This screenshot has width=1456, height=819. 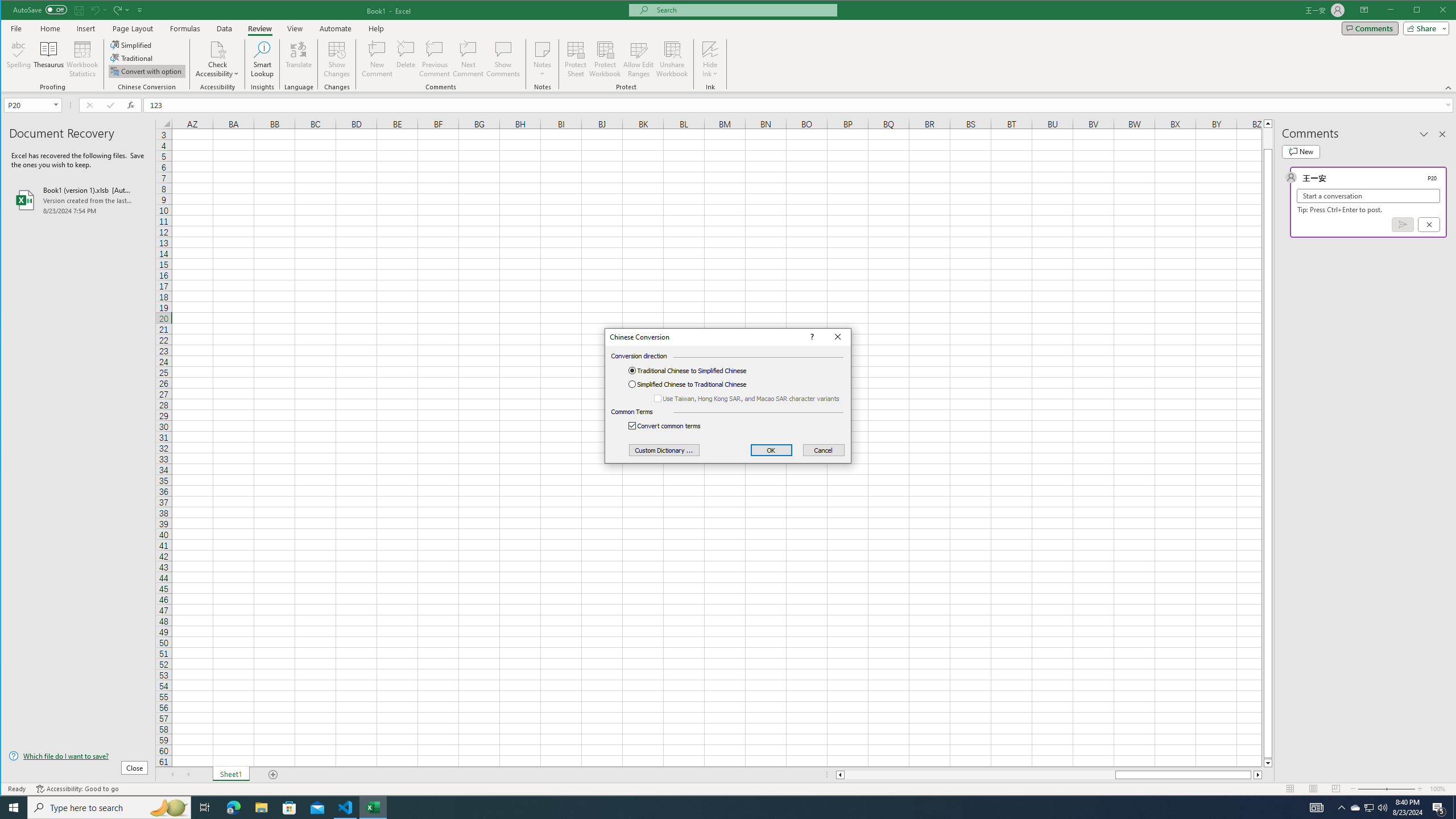 I want to click on 'Microsoft search', so click(x=742, y=10).